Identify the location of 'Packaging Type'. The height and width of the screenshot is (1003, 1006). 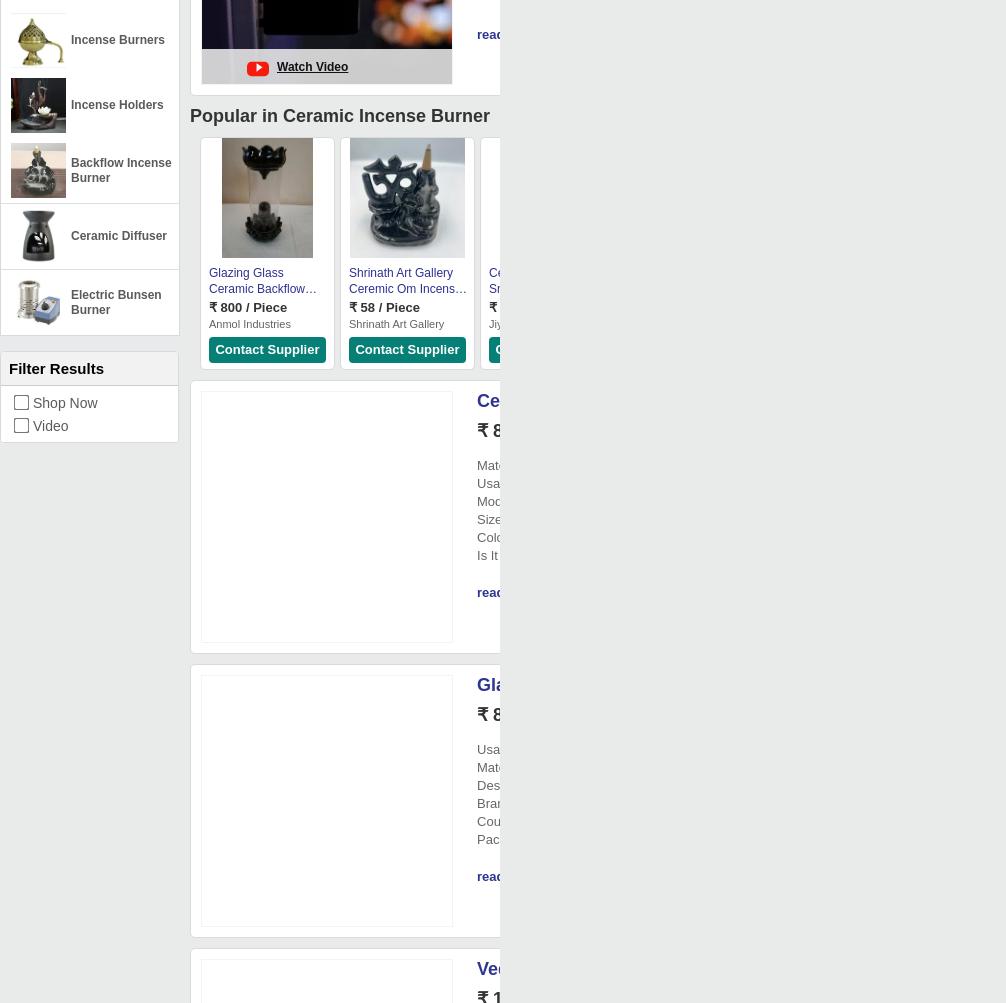
(523, 839).